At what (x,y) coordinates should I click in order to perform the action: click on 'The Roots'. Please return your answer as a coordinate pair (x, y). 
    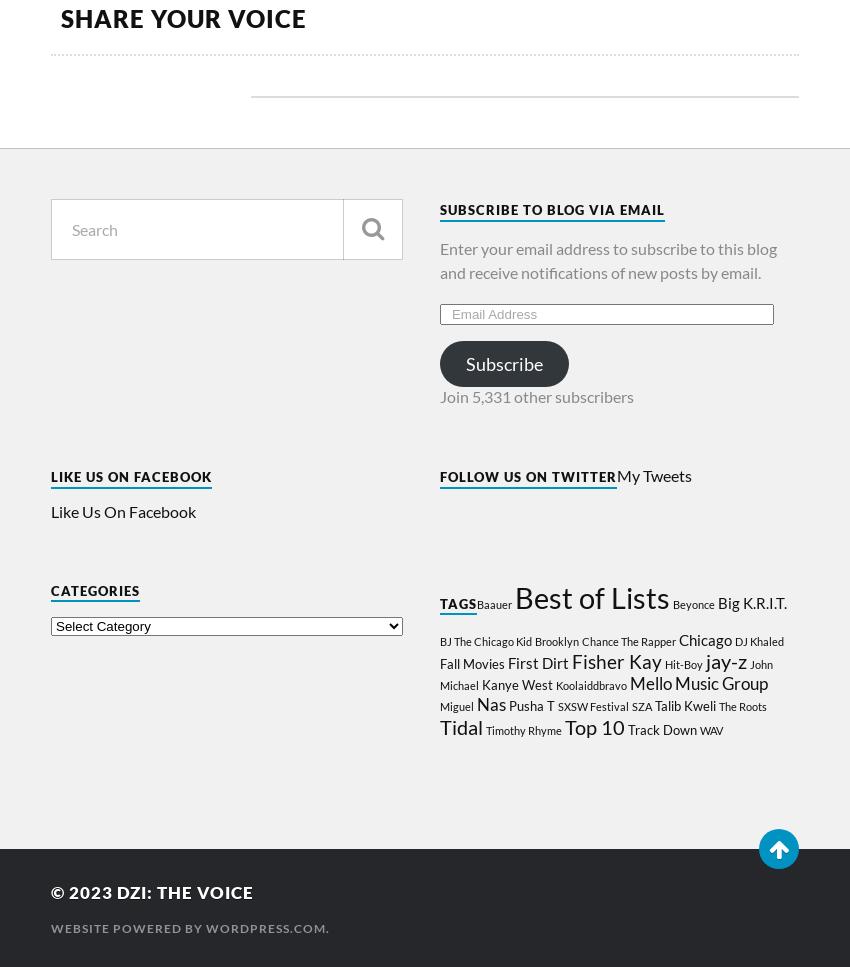
    Looking at the image, I should click on (741, 706).